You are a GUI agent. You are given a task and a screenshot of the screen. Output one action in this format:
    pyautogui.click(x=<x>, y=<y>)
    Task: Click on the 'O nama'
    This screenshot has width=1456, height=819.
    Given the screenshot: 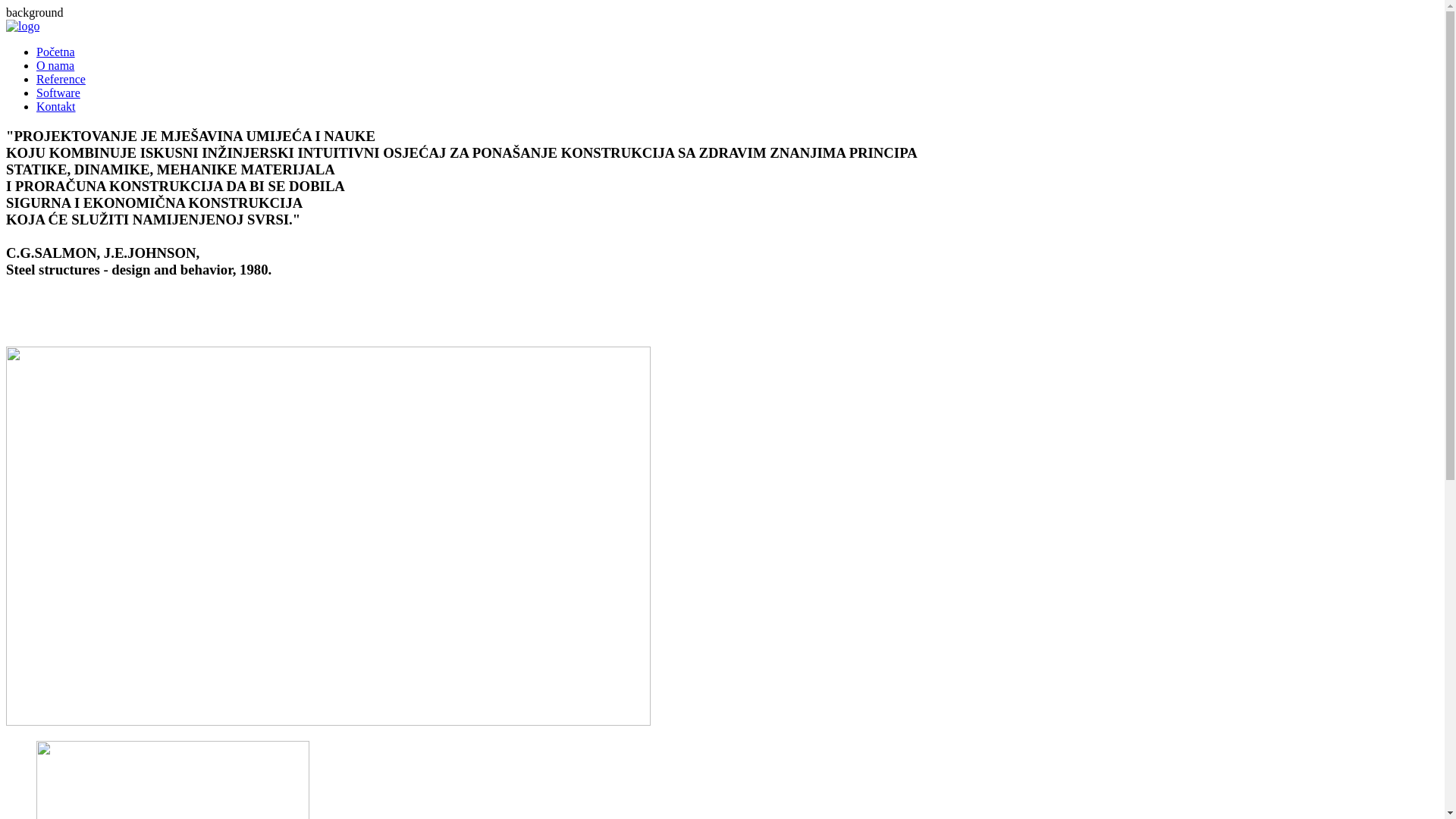 What is the action you would take?
    pyautogui.click(x=55, y=64)
    